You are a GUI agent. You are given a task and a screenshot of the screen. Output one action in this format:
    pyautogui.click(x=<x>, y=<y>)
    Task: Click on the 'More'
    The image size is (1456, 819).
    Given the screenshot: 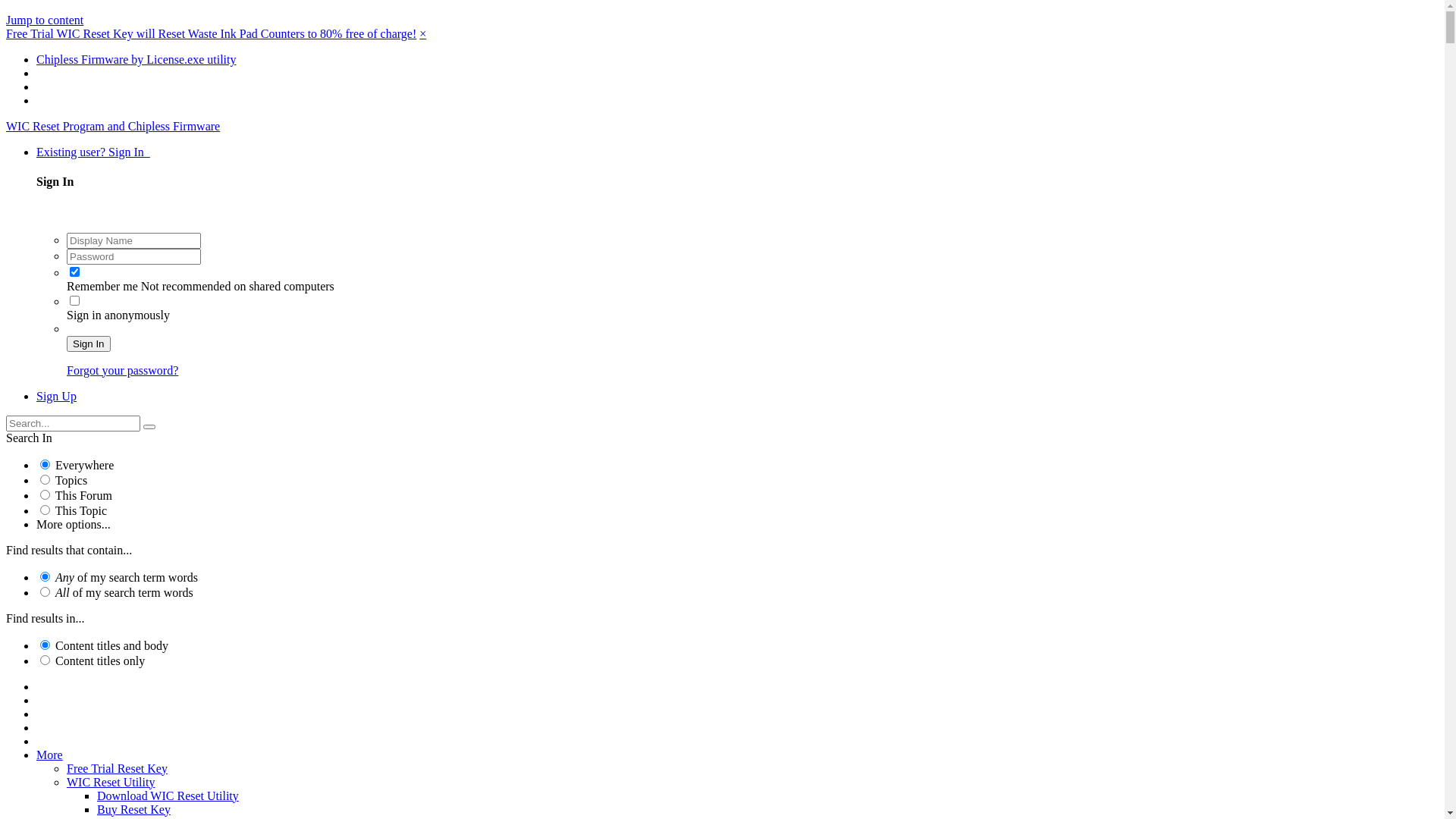 What is the action you would take?
    pyautogui.click(x=49, y=755)
    